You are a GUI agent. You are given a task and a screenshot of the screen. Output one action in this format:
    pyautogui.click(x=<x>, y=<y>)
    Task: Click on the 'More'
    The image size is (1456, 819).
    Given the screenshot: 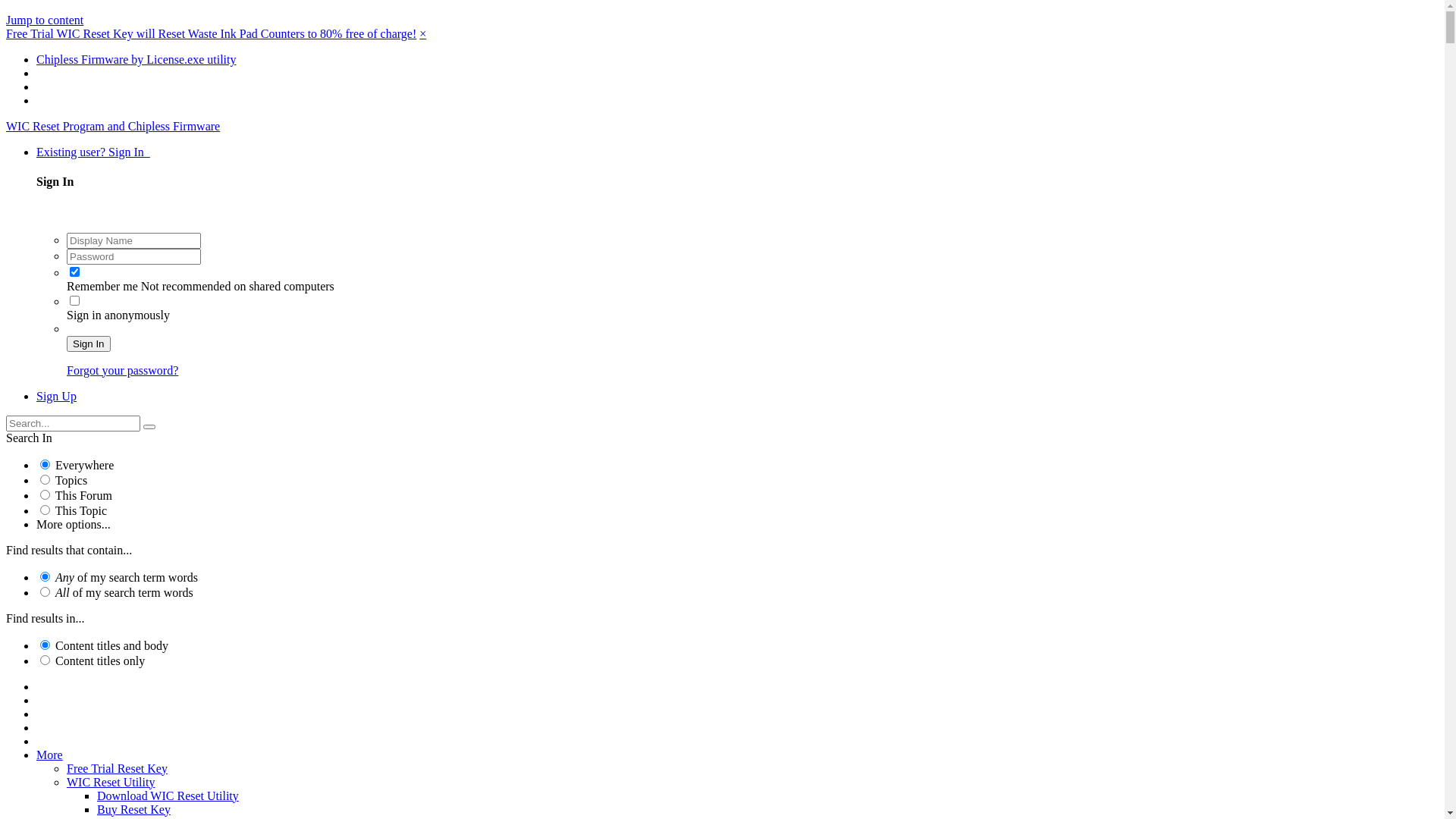 What is the action you would take?
    pyautogui.click(x=49, y=755)
    